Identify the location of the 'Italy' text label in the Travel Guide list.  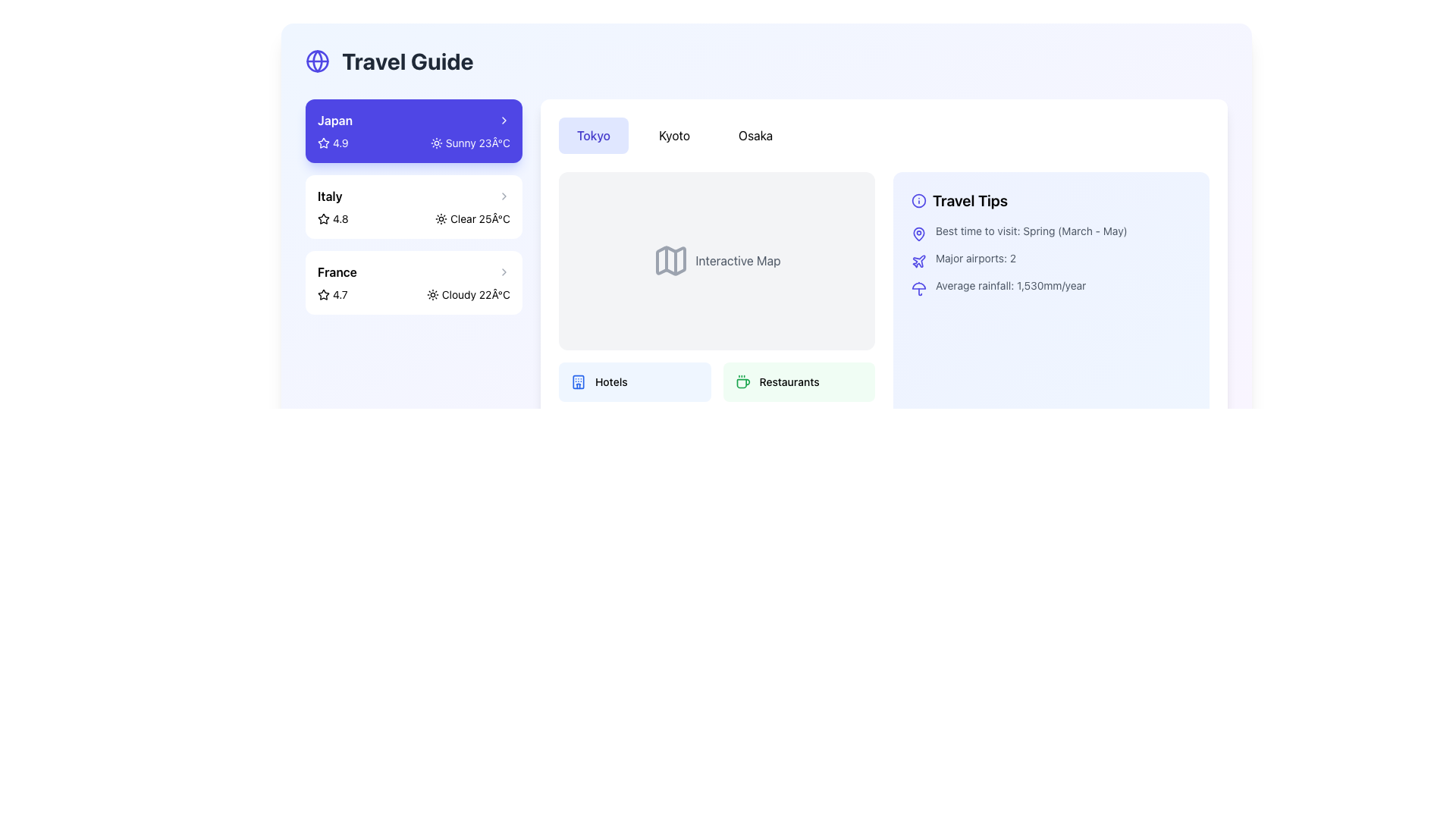
(329, 195).